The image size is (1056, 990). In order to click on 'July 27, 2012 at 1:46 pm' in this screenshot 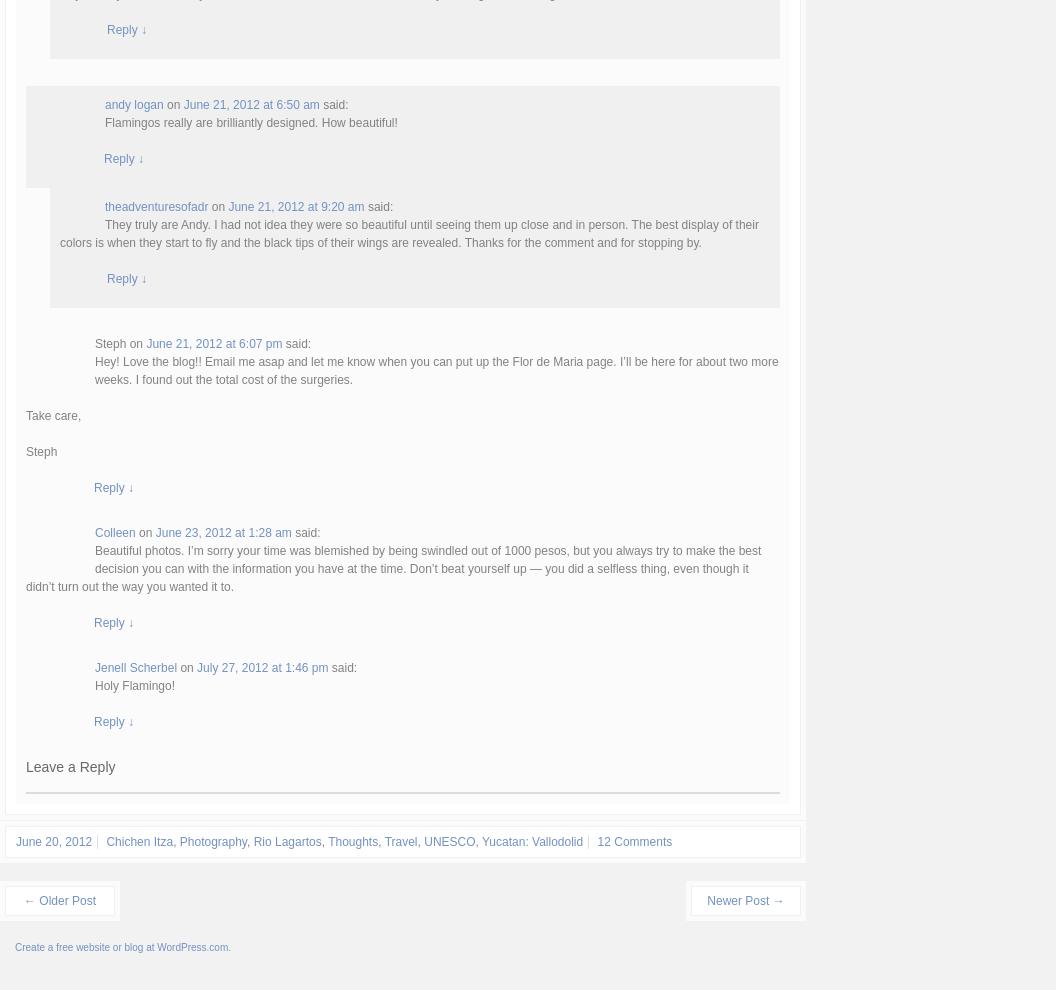, I will do `click(261, 666)`.